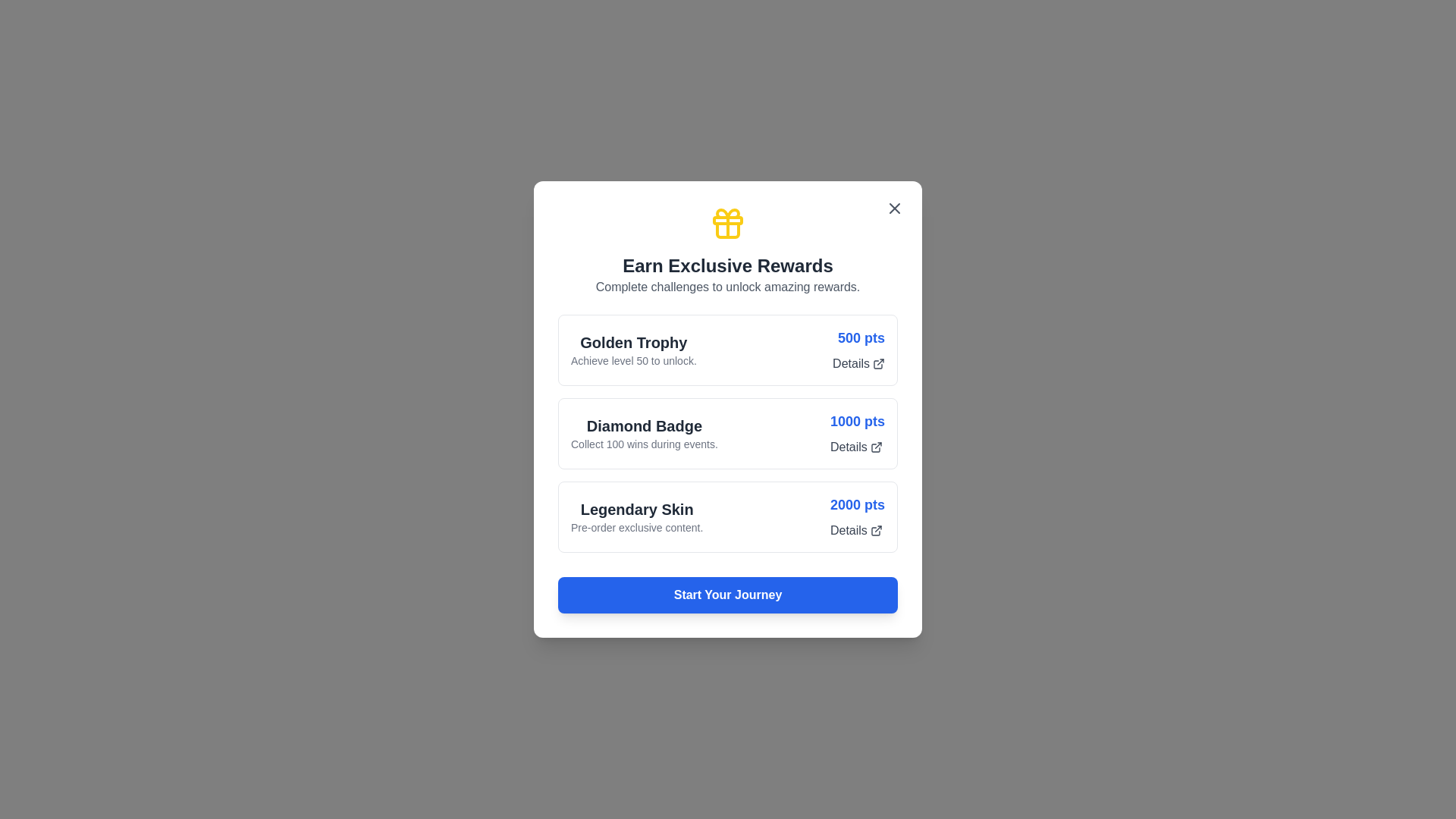 This screenshot has height=819, width=1456. What do you see at coordinates (728, 231) in the screenshot?
I see `the curved line segment at the bottom of the graphical gift box icon located near the top-center of the modal interface` at bounding box center [728, 231].